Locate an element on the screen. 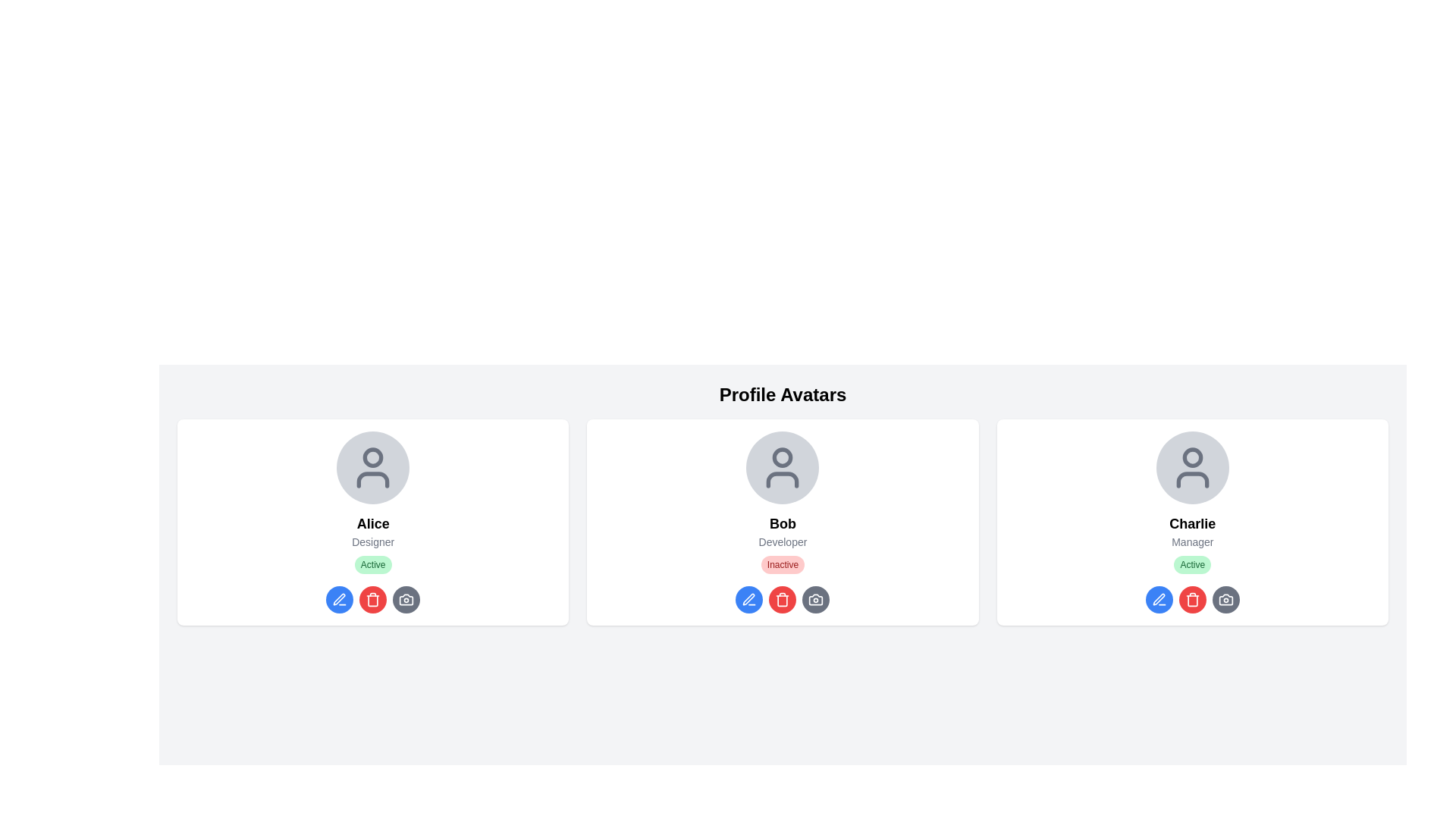 This screenshot has height=819, width=1456. the rightmost button with a camera icon in the bottom section of Alice's card is located at coordinates (406, 598).